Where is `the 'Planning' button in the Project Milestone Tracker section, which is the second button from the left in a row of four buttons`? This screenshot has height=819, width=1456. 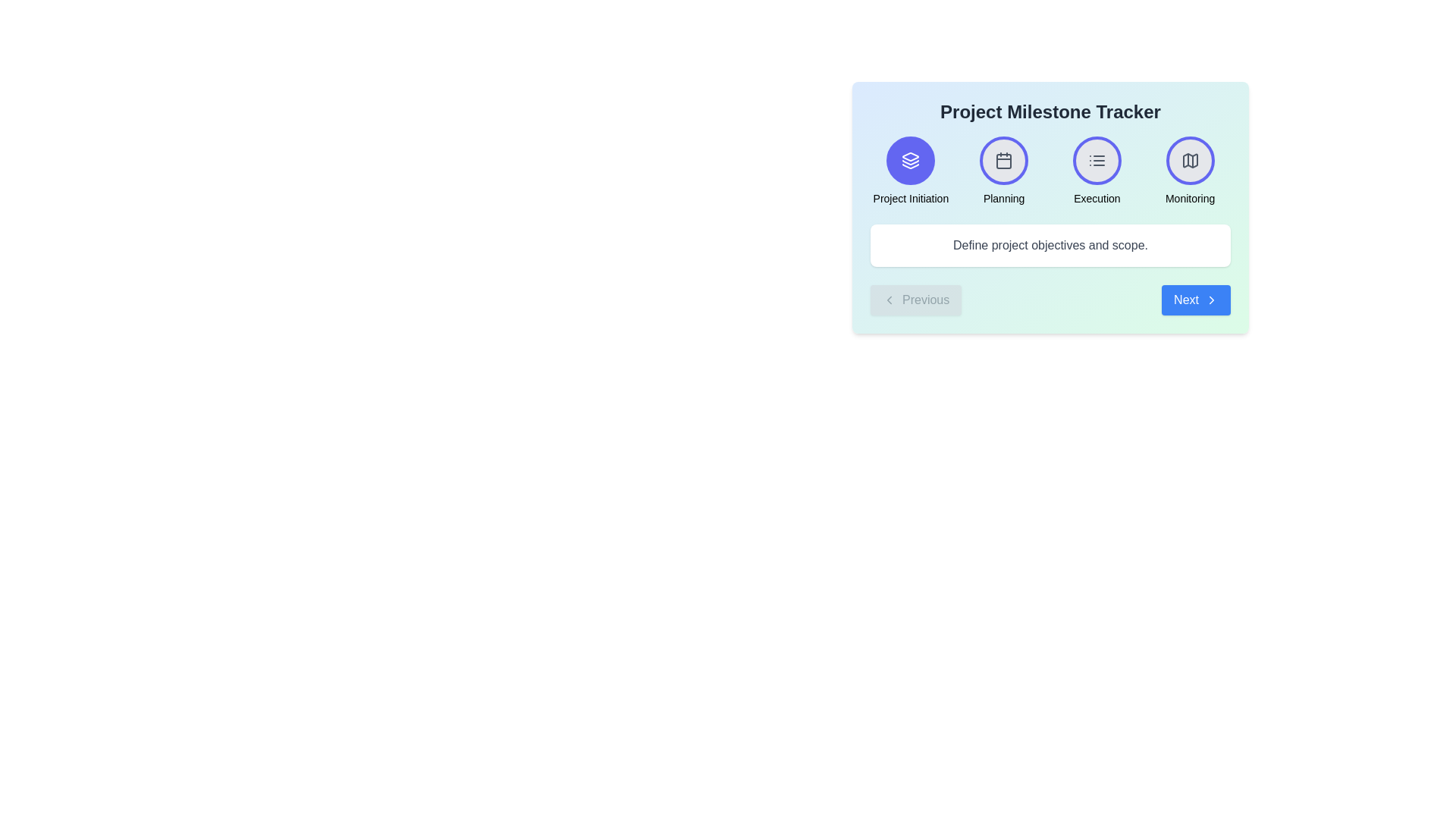
the 'Planning' button in the Project Milestone Tracker section, which is the second button from the left in a row of four buttons is located at coordinates (1004, 161).